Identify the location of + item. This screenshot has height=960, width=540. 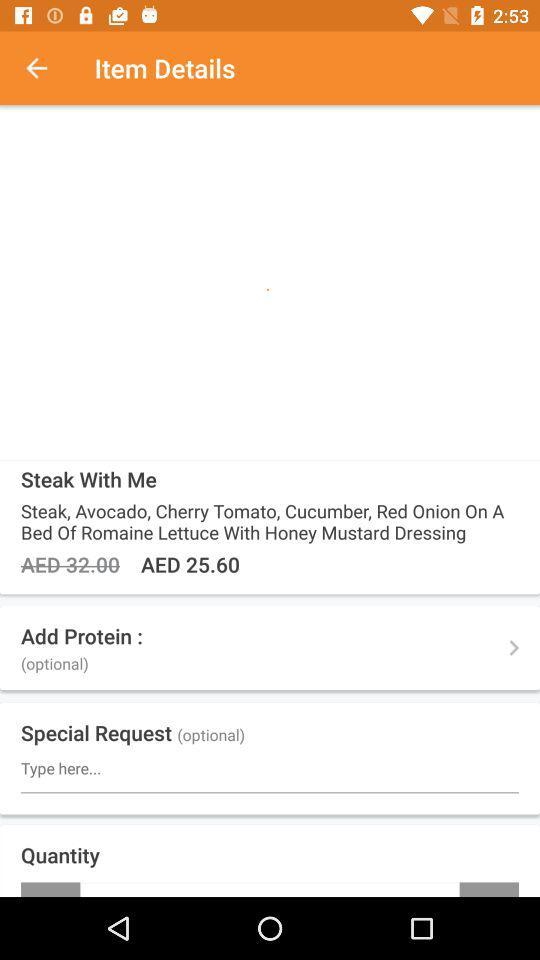
(488, 888).